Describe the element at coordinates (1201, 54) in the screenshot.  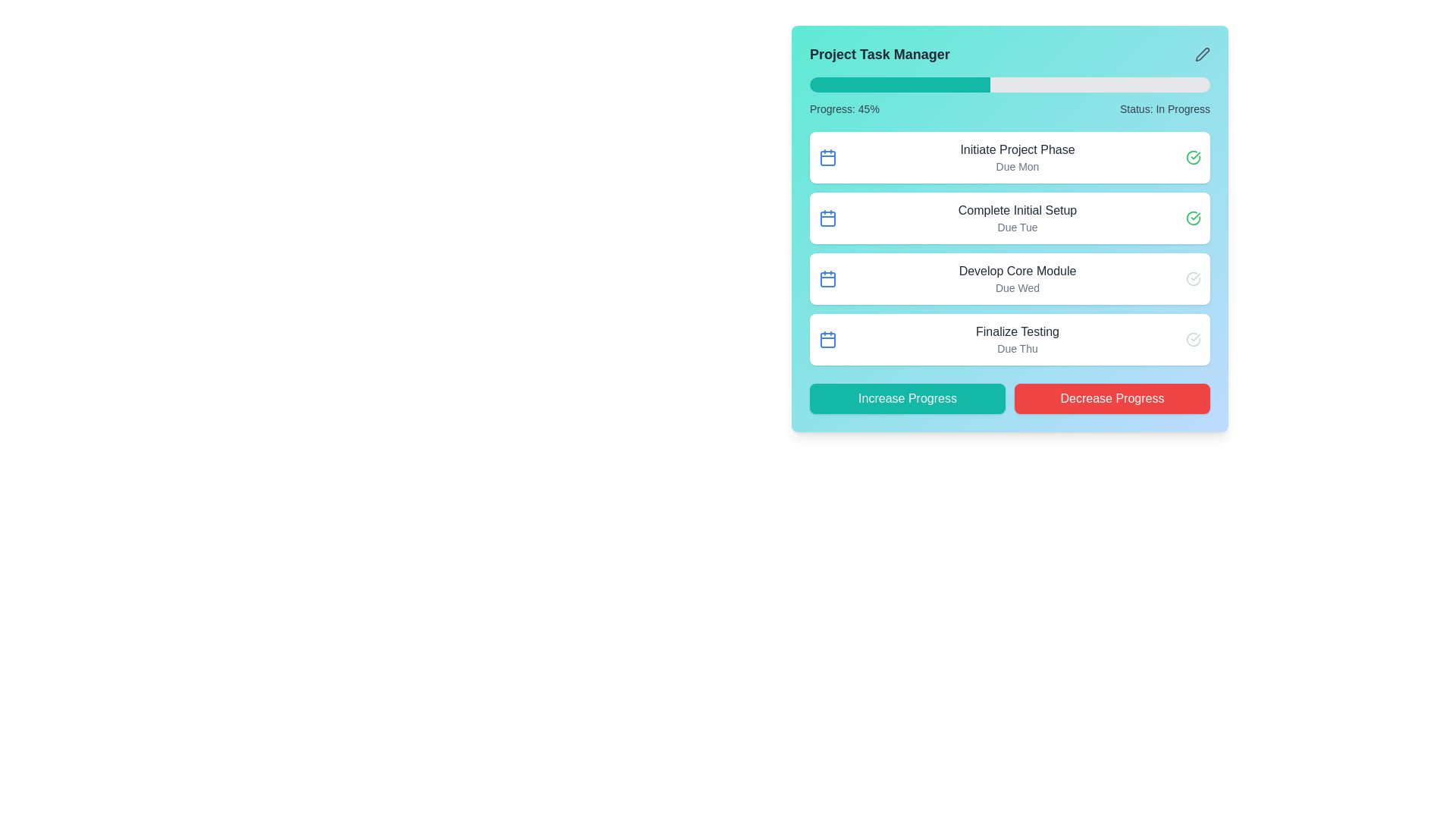
I see `the icon button located at the top-right corner of the 'Project Task Manager' section` at that location.